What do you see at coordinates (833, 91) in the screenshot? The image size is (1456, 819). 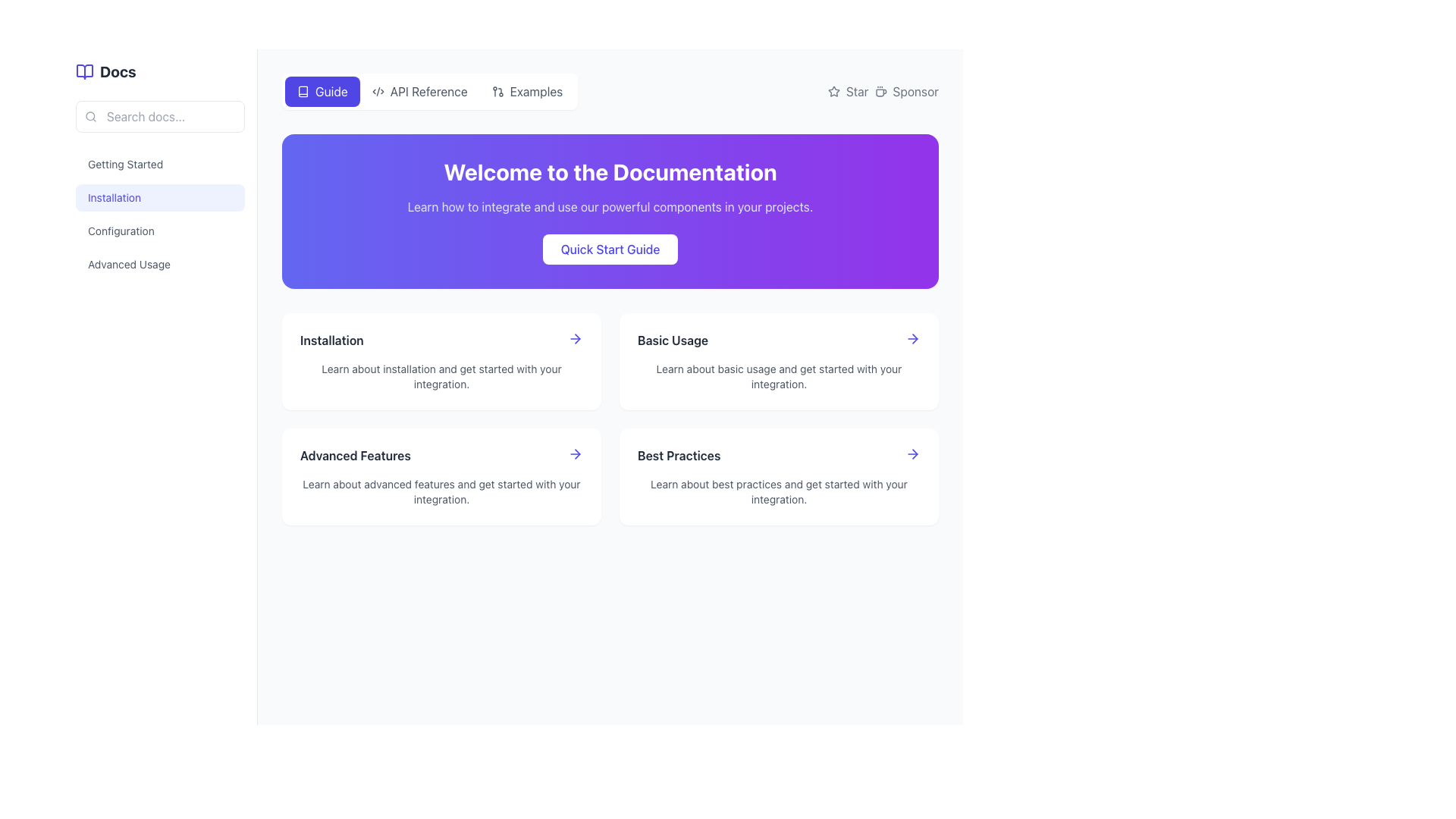 I see `the star-shaped icon that is part of a rating system, located adjacent to the label that says 'Star'` at bounding box center [833, 91].